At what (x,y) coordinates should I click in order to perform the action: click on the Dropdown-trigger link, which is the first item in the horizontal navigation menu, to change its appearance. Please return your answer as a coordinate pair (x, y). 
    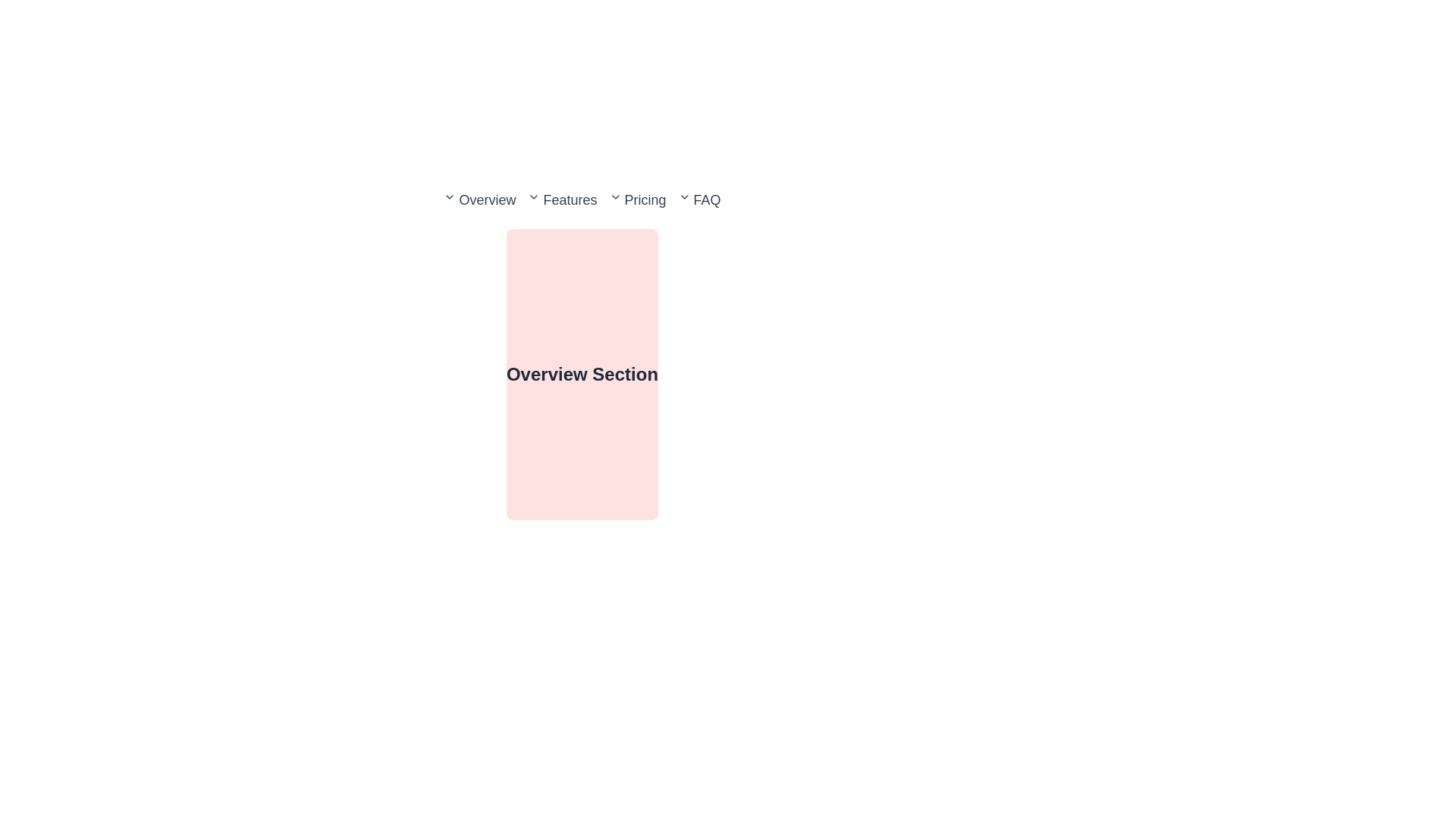
    Looking at the image, I should click on (479, 199).